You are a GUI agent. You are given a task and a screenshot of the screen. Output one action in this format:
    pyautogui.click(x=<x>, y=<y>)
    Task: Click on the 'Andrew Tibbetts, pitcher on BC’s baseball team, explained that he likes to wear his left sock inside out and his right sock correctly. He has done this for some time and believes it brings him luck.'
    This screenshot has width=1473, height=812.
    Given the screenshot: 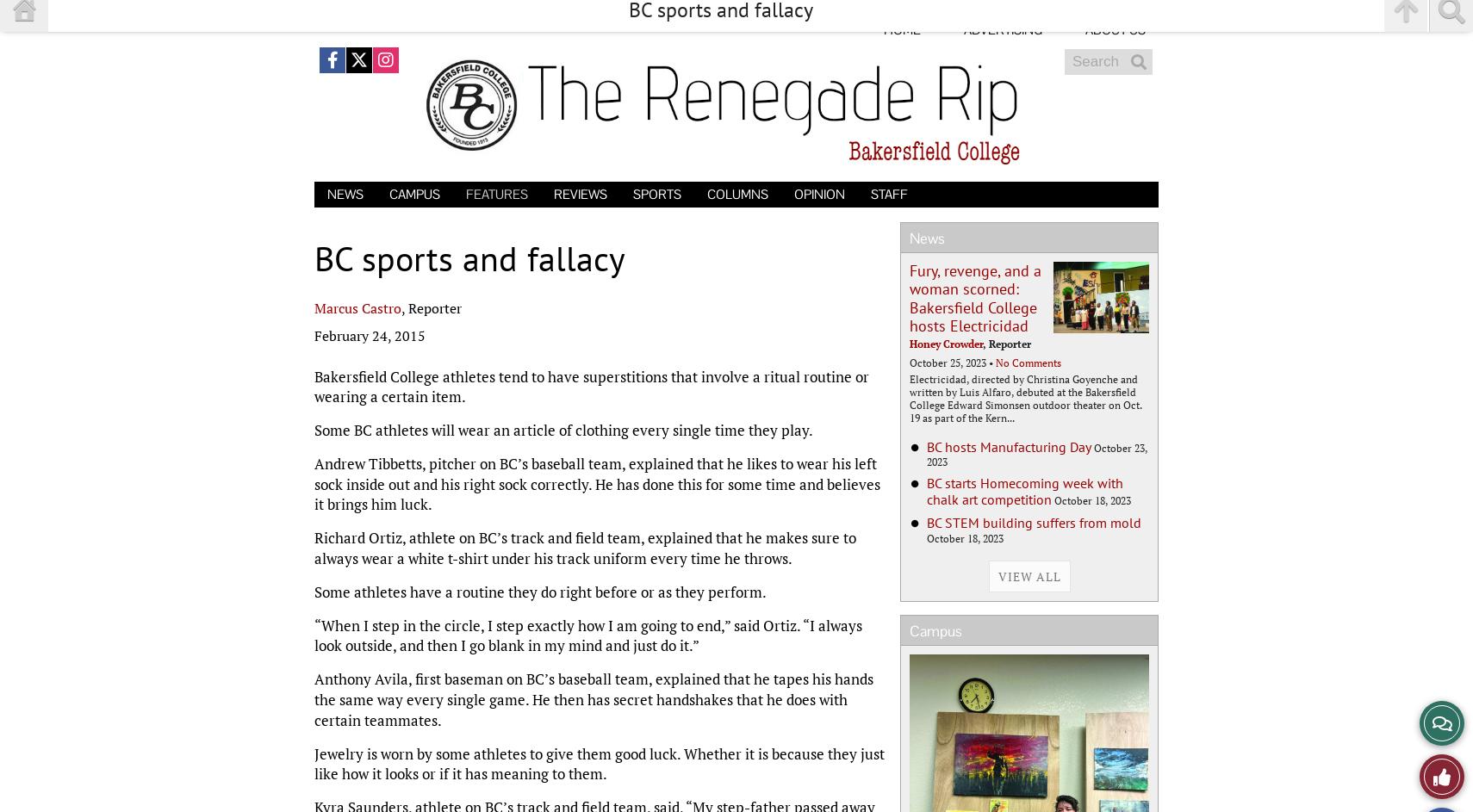 What is the action you would take?
    pyautogui.click(x=597, y=483)
    